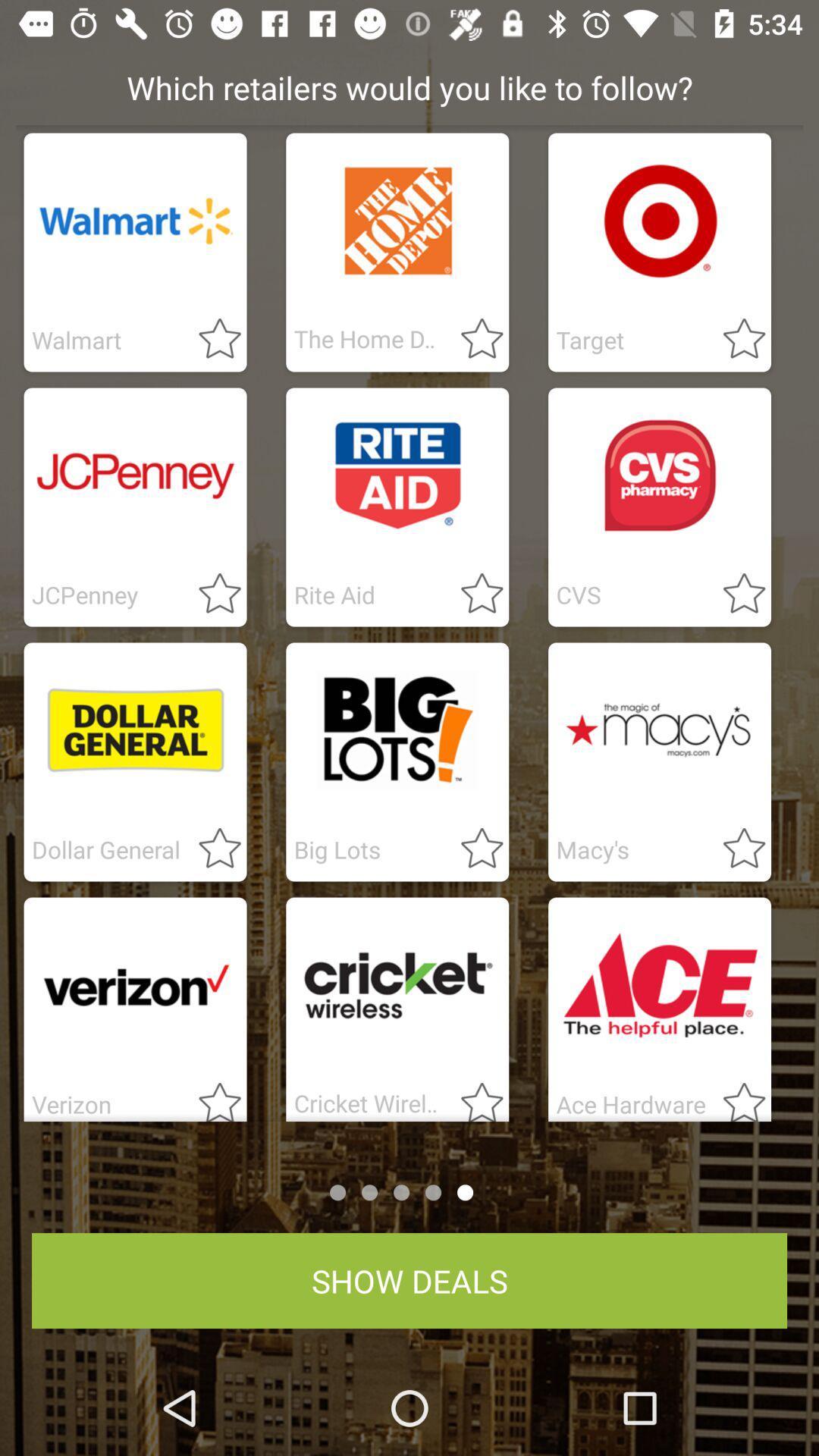 The height and width of the screenshot is (1456, 819). Describe the element at coordinates (409, 1280) in the screenshot. I see `the show deals item` at that location.